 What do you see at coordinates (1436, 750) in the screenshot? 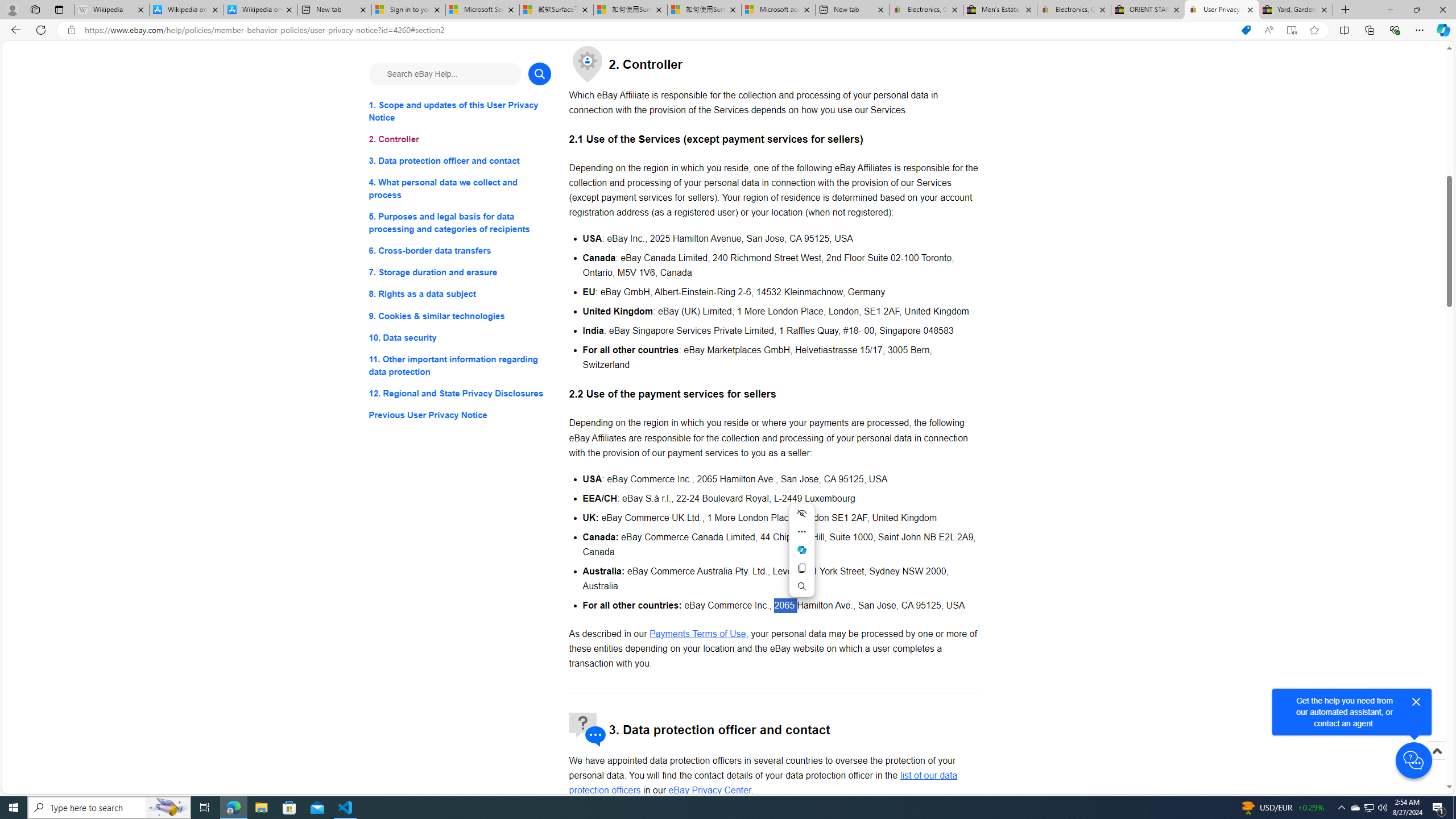
I see `'Scroll to top'` at bounding box center [1436, 750].